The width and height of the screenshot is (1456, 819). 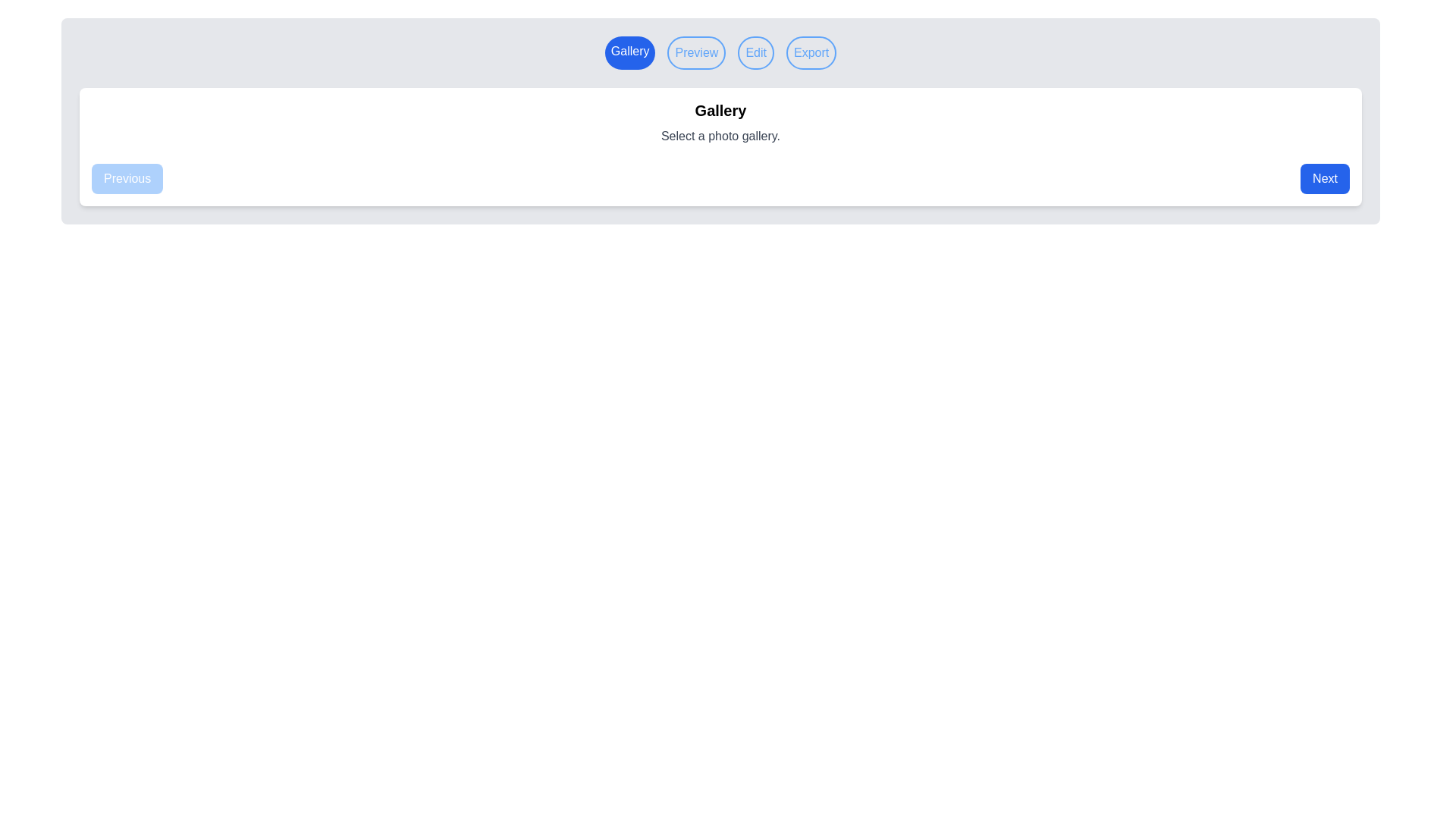 I want to click on the step label Edit to navigate to the corresponding step, so click(x=756, y=52).